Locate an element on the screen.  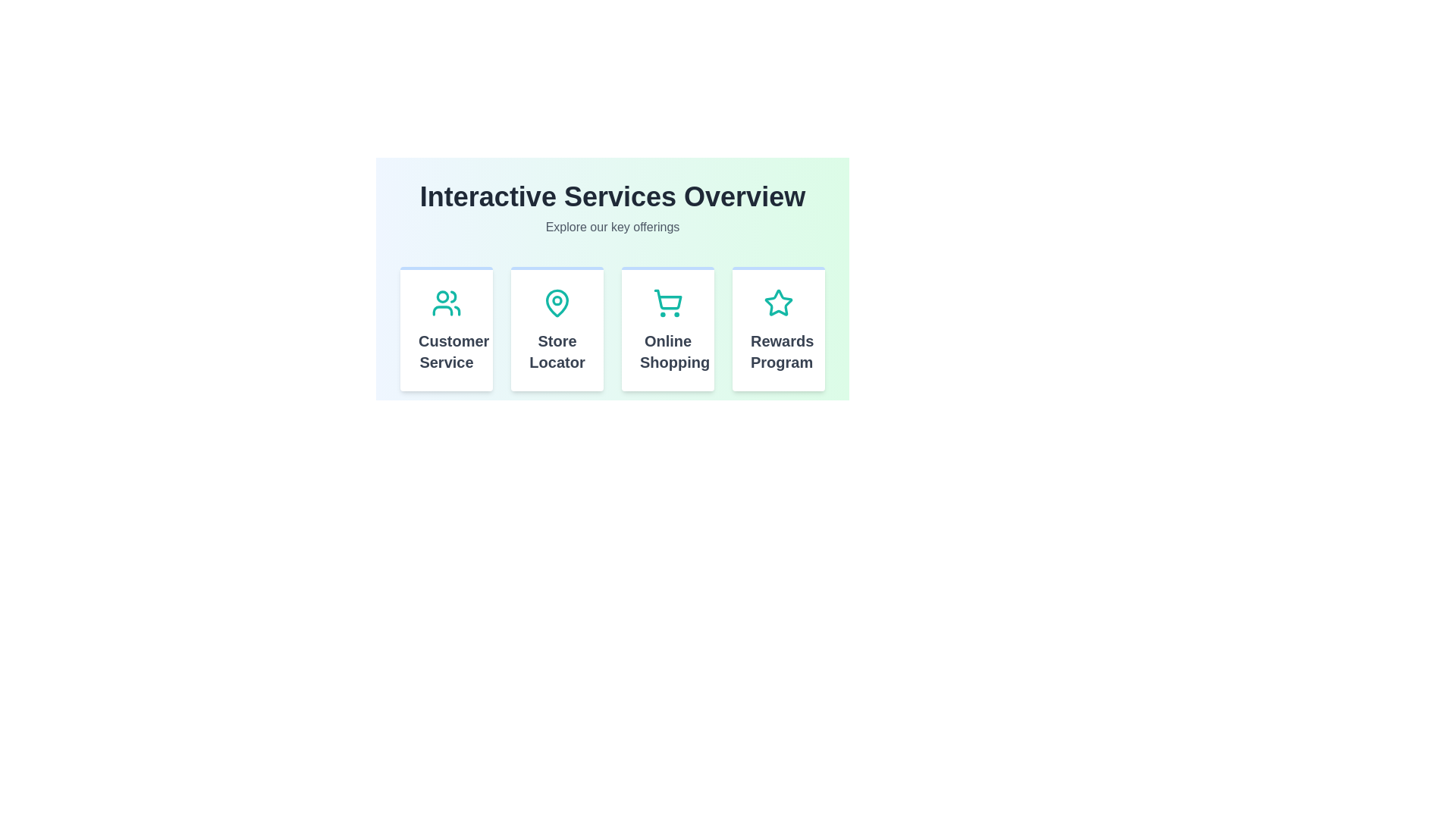
the decorative Circle element at the center of the 'map pin' icon located on the second card from the left in a row of four cards is located at coordinates (556, 300).